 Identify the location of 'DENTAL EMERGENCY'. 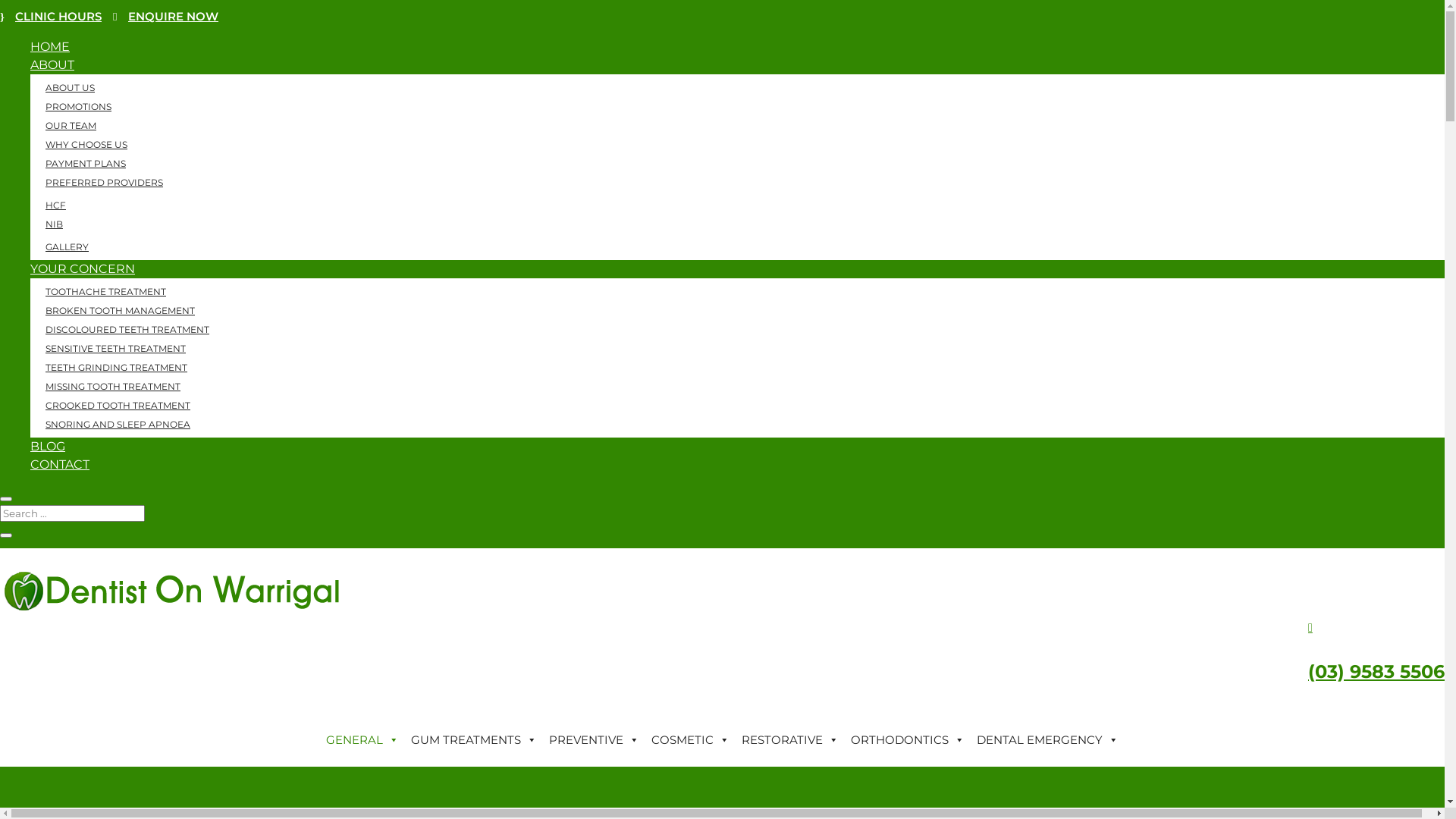
(1046, 739).